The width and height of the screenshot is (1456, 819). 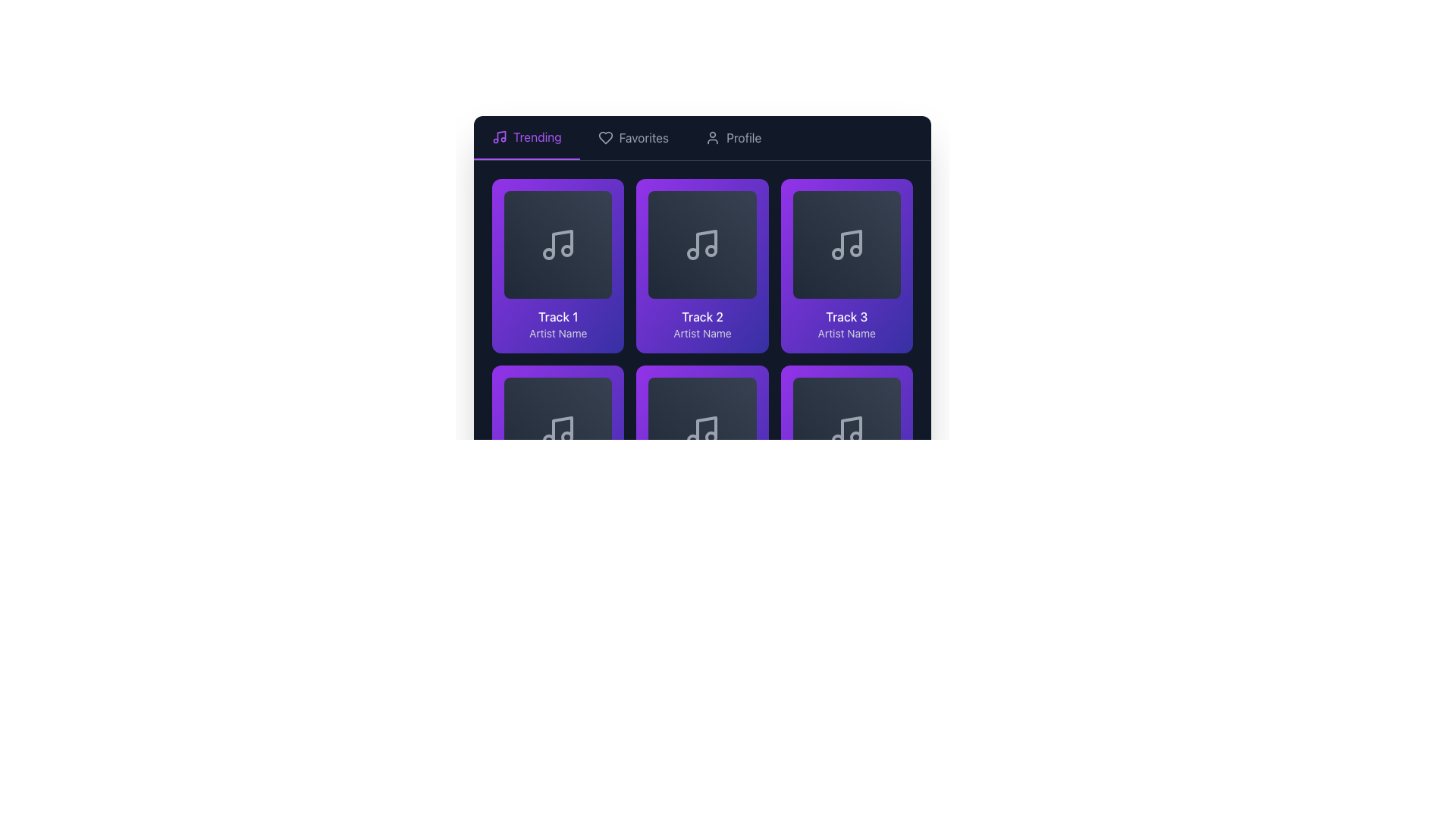 What do you see at coordinates (855, 250) in the screenshot?
I see `the second SVG circle element within the music icon located in the third card of the first row in a grid layout` at bounding box center [855, 250].